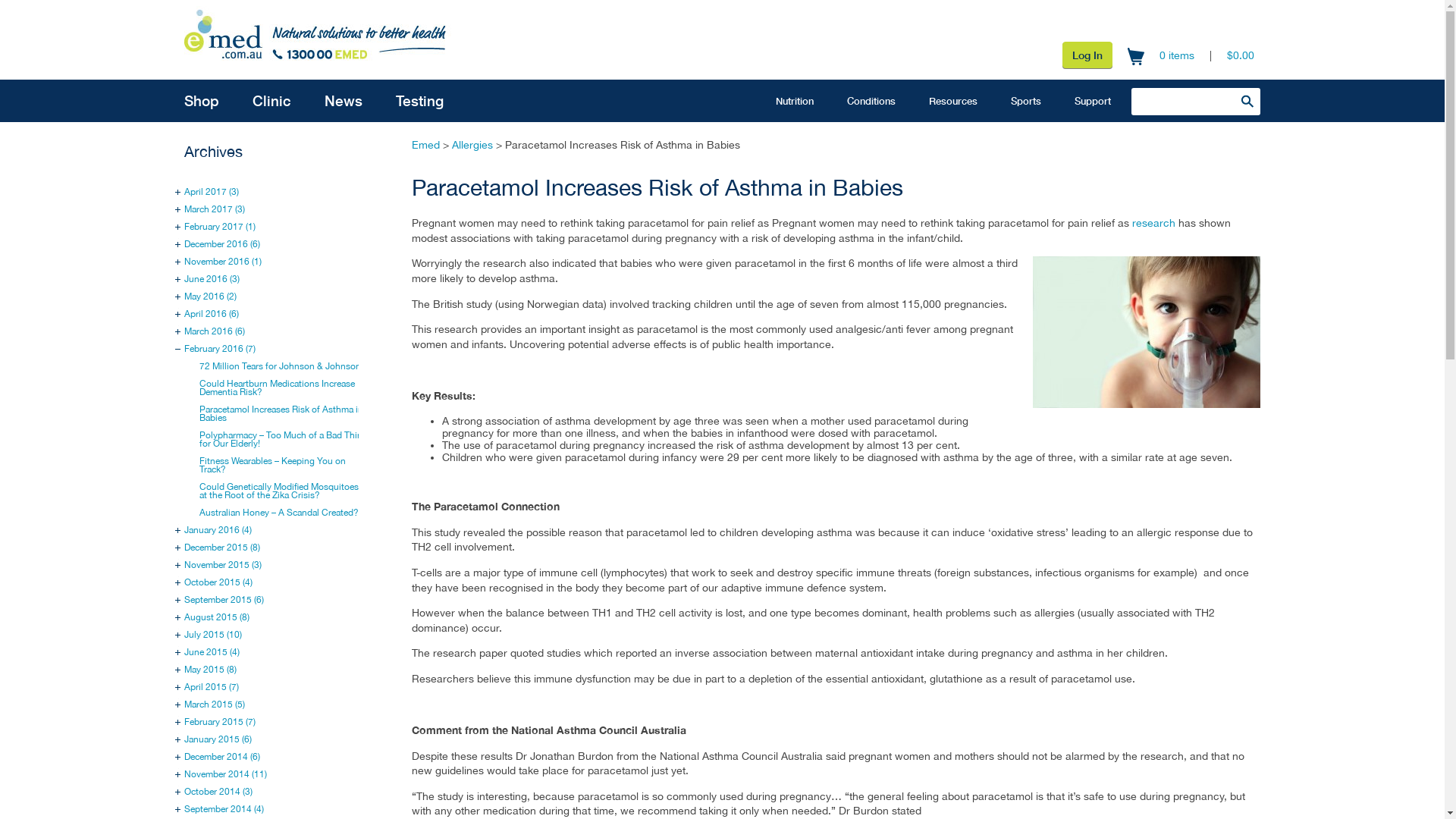  Describe the element at coordinates (1087, 54) in the screenshot. I see `'Log In'` at that location.